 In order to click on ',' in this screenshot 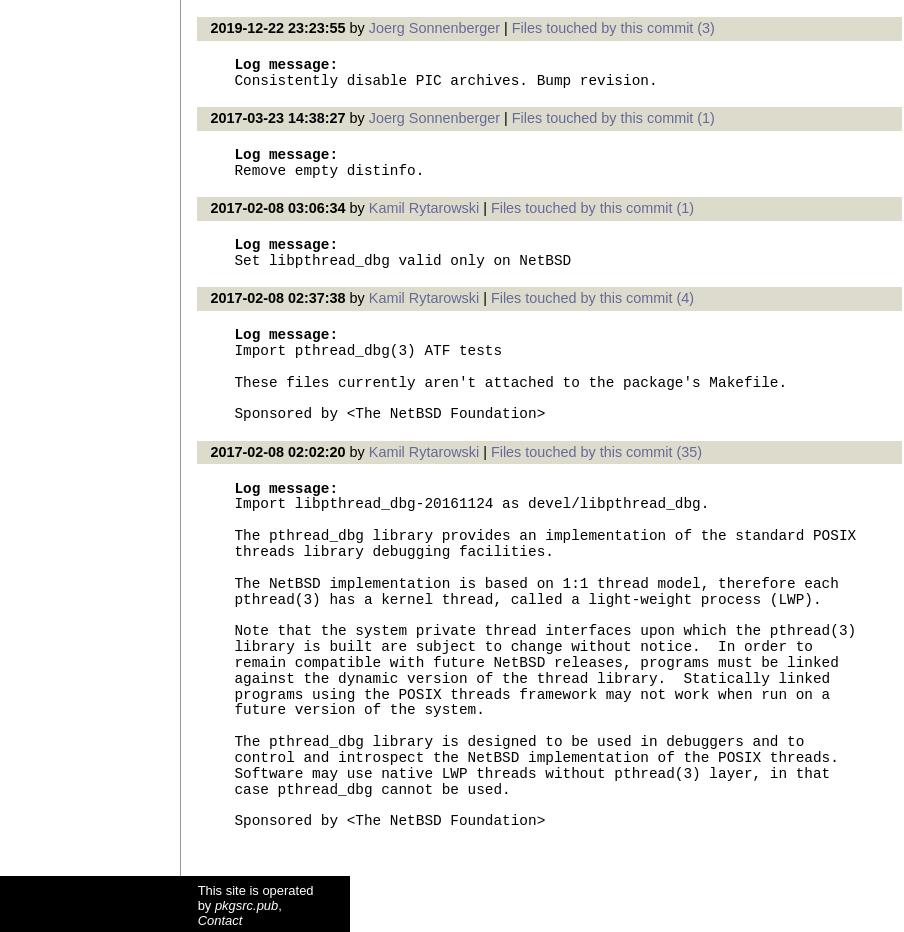, I will do `click(278, 904)`.